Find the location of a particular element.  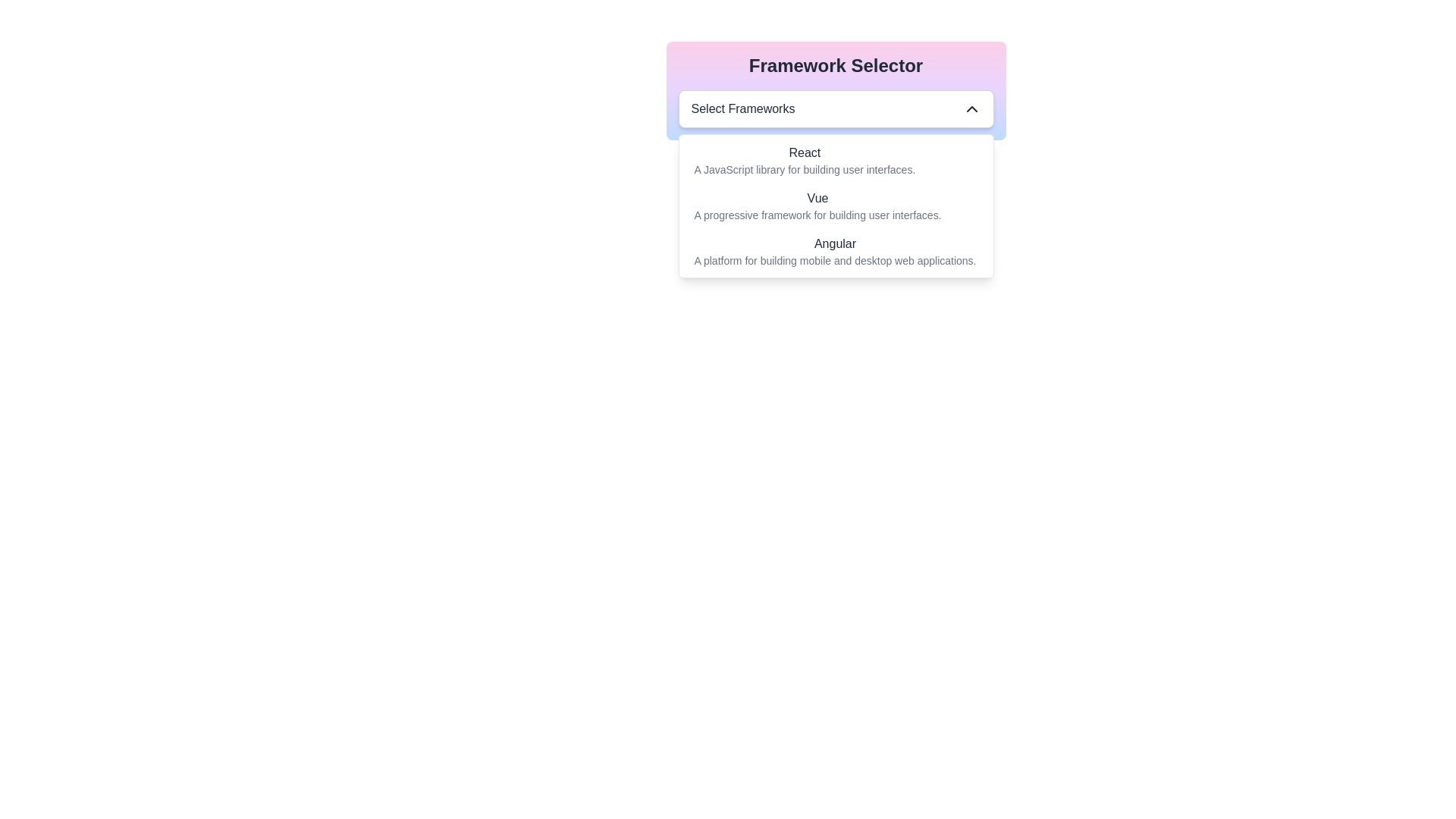

the 'React' text label, which identifies the 'React' framework in the dropdown menu under the 'Framework Selector' section is located at coordinates (804, 152).